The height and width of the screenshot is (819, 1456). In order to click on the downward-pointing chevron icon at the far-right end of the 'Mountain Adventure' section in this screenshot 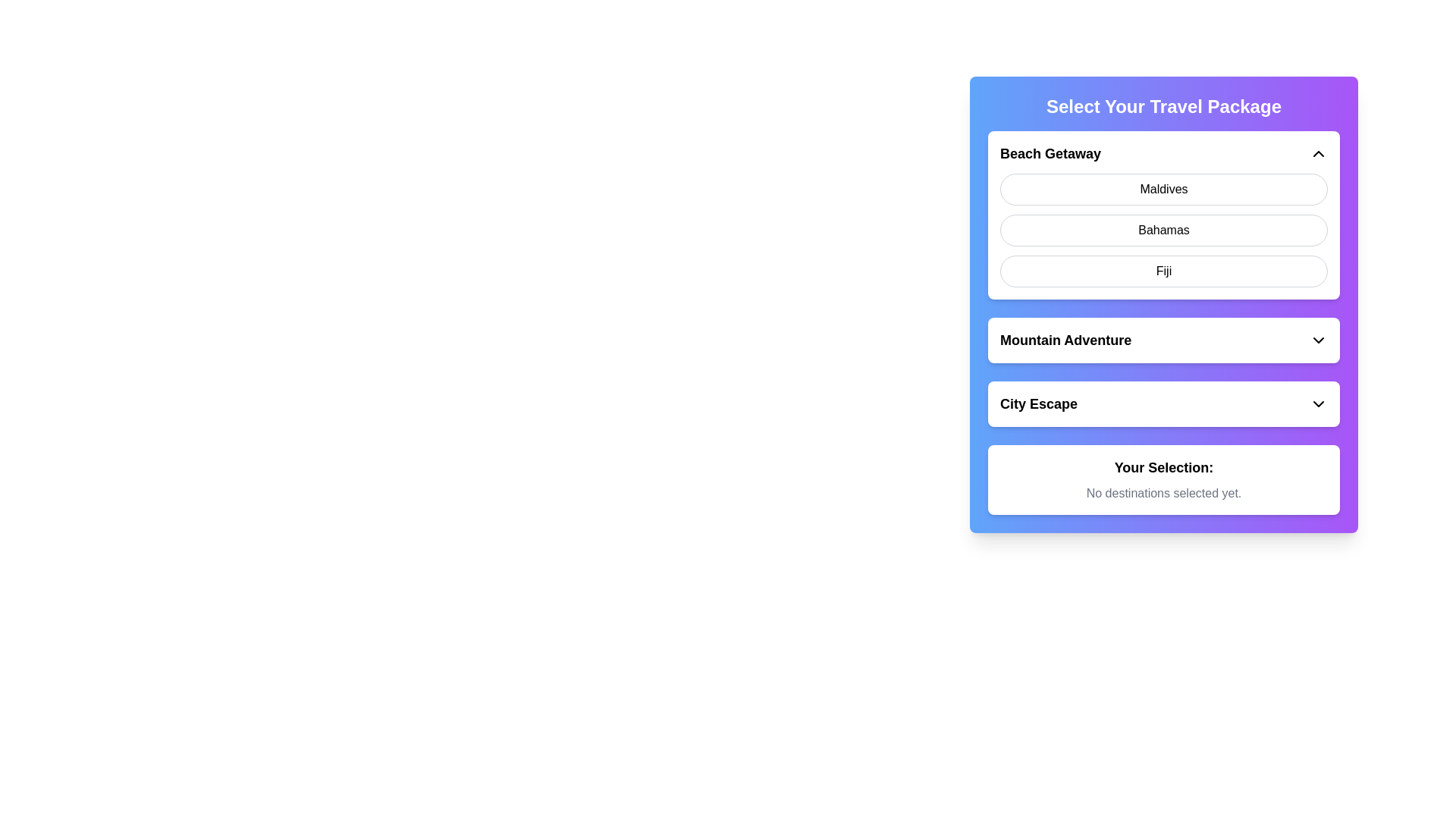, I will do `click(1317, 339)`.